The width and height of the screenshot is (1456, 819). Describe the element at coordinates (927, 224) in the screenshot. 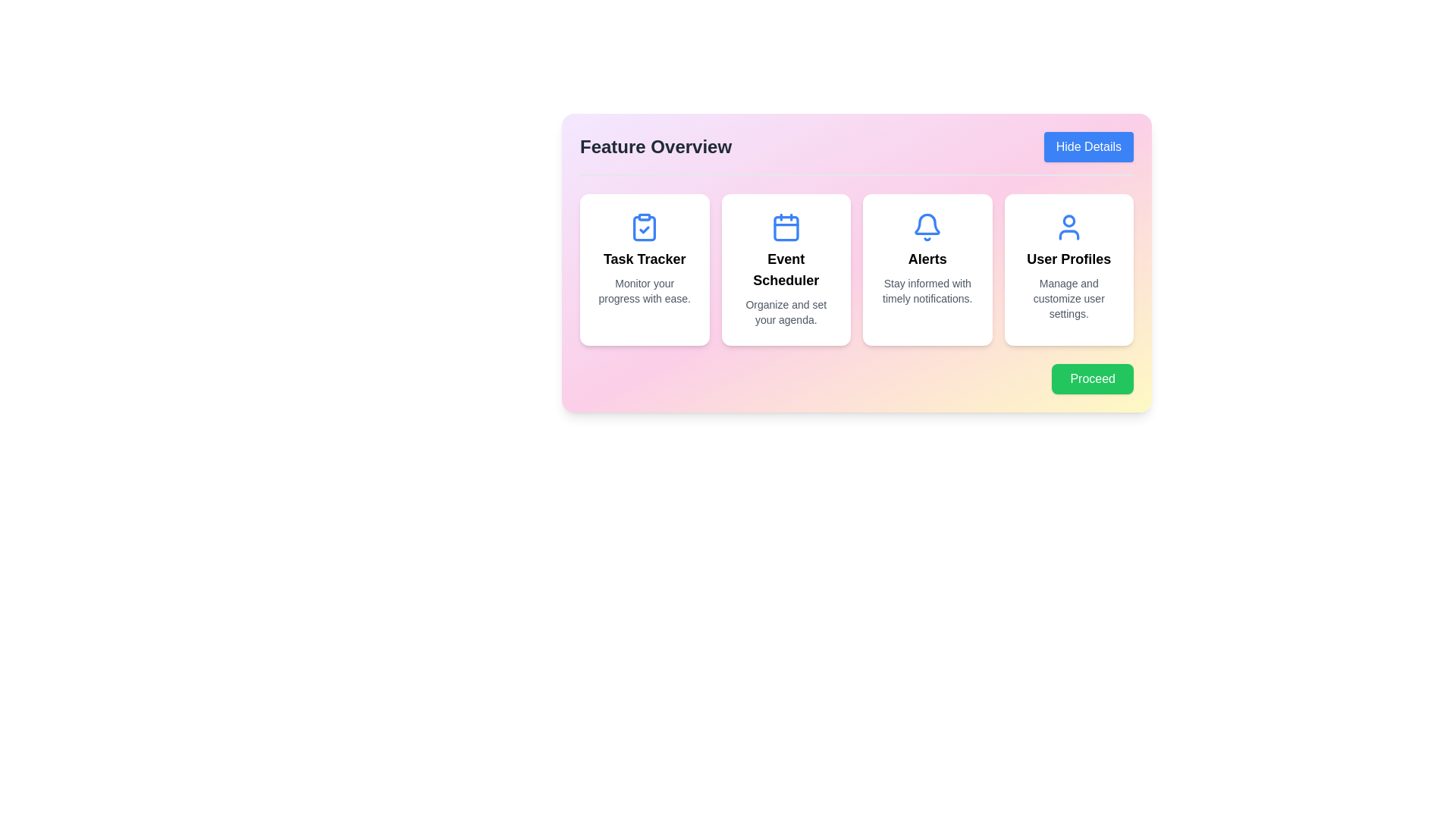

I see `the blue bell icon inside the 'Alerts' card, which is the third card in the feature overview section` at that location.